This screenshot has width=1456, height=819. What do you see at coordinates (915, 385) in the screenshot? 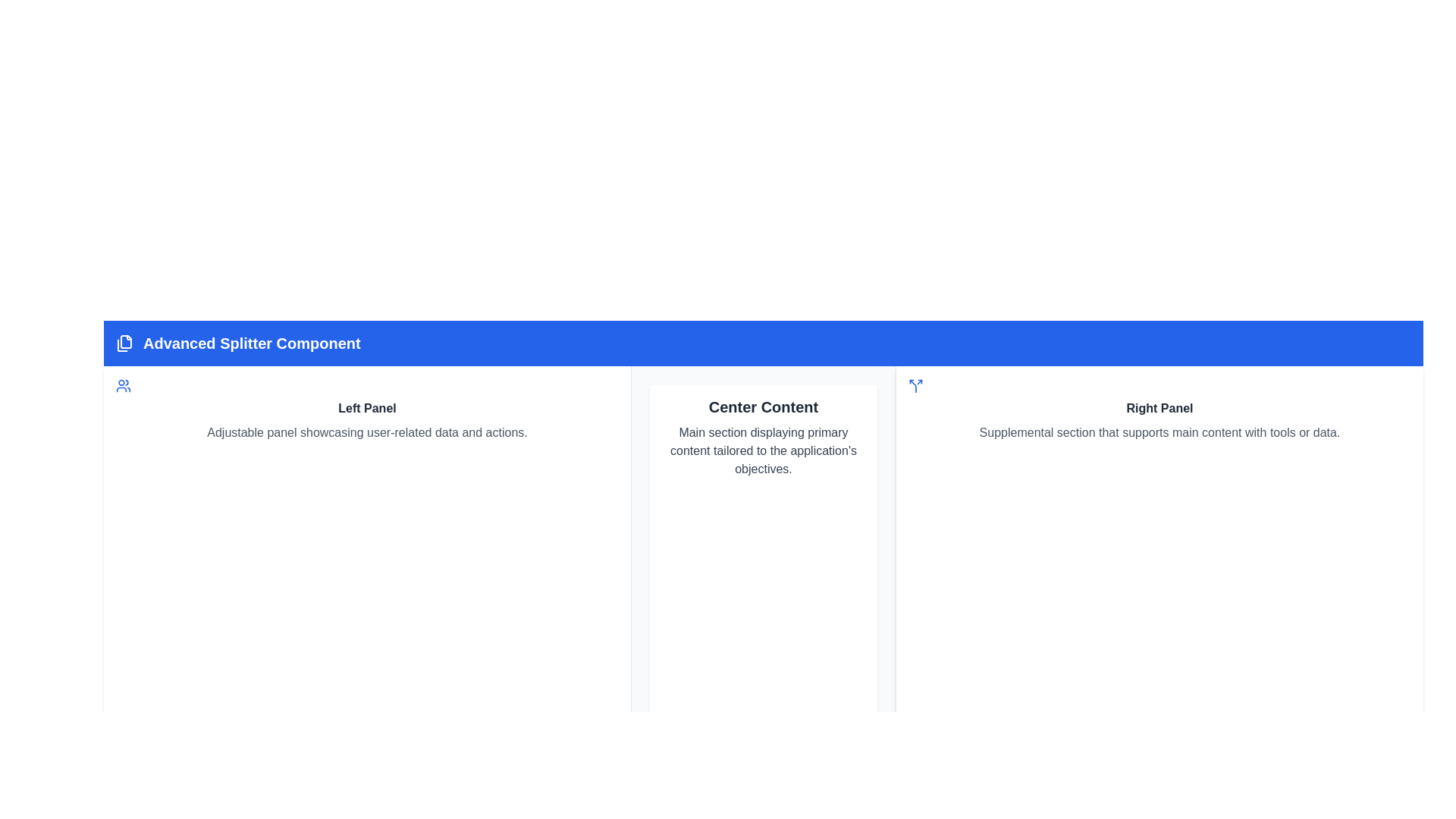
I see `the splitting icon located in the top-left corner of the Right Panel` at bounding box center [915, 385].